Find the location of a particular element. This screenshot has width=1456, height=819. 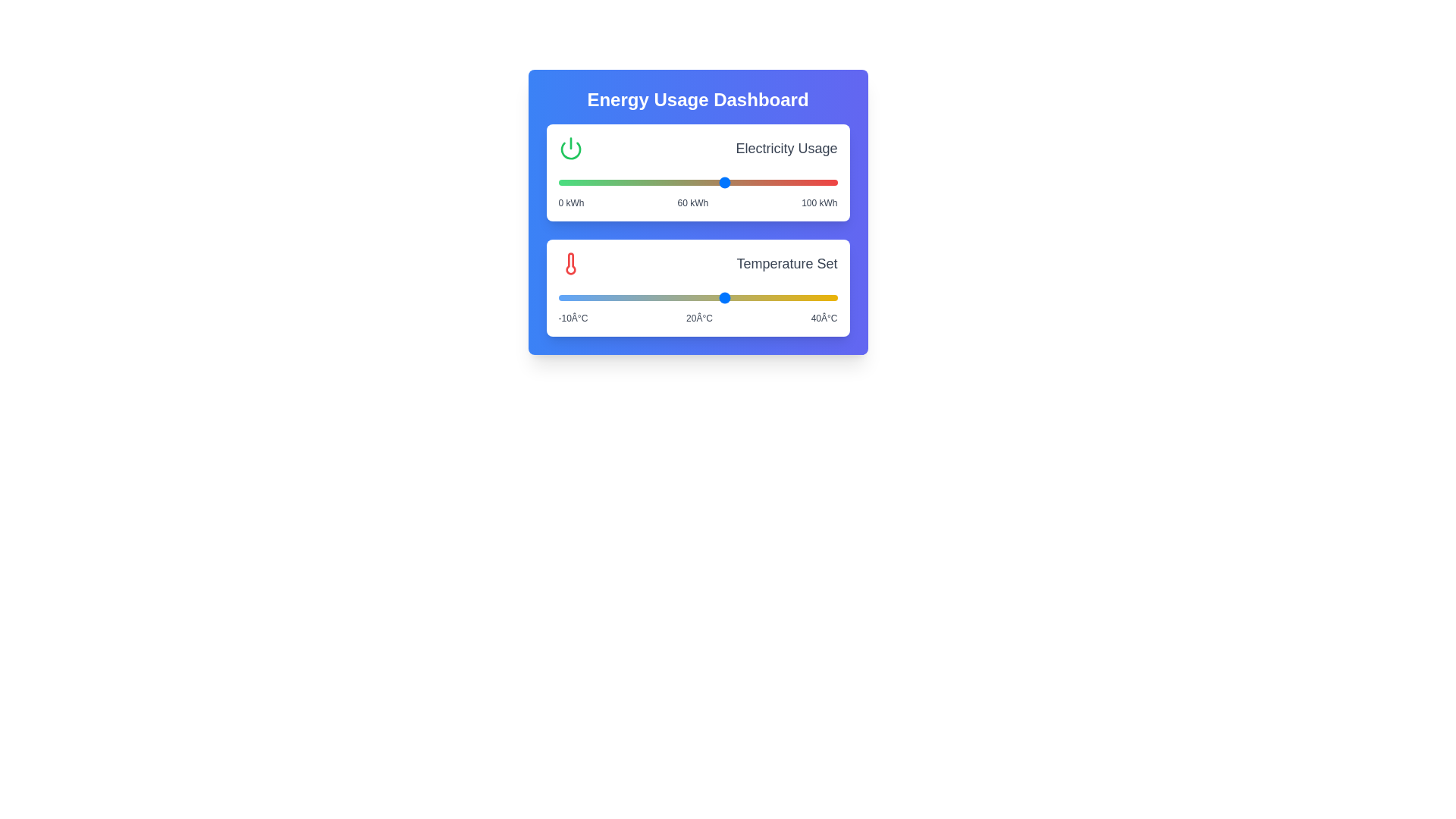

the background of the Energy Usage Dashboard component is located at coordinates (697, 212).